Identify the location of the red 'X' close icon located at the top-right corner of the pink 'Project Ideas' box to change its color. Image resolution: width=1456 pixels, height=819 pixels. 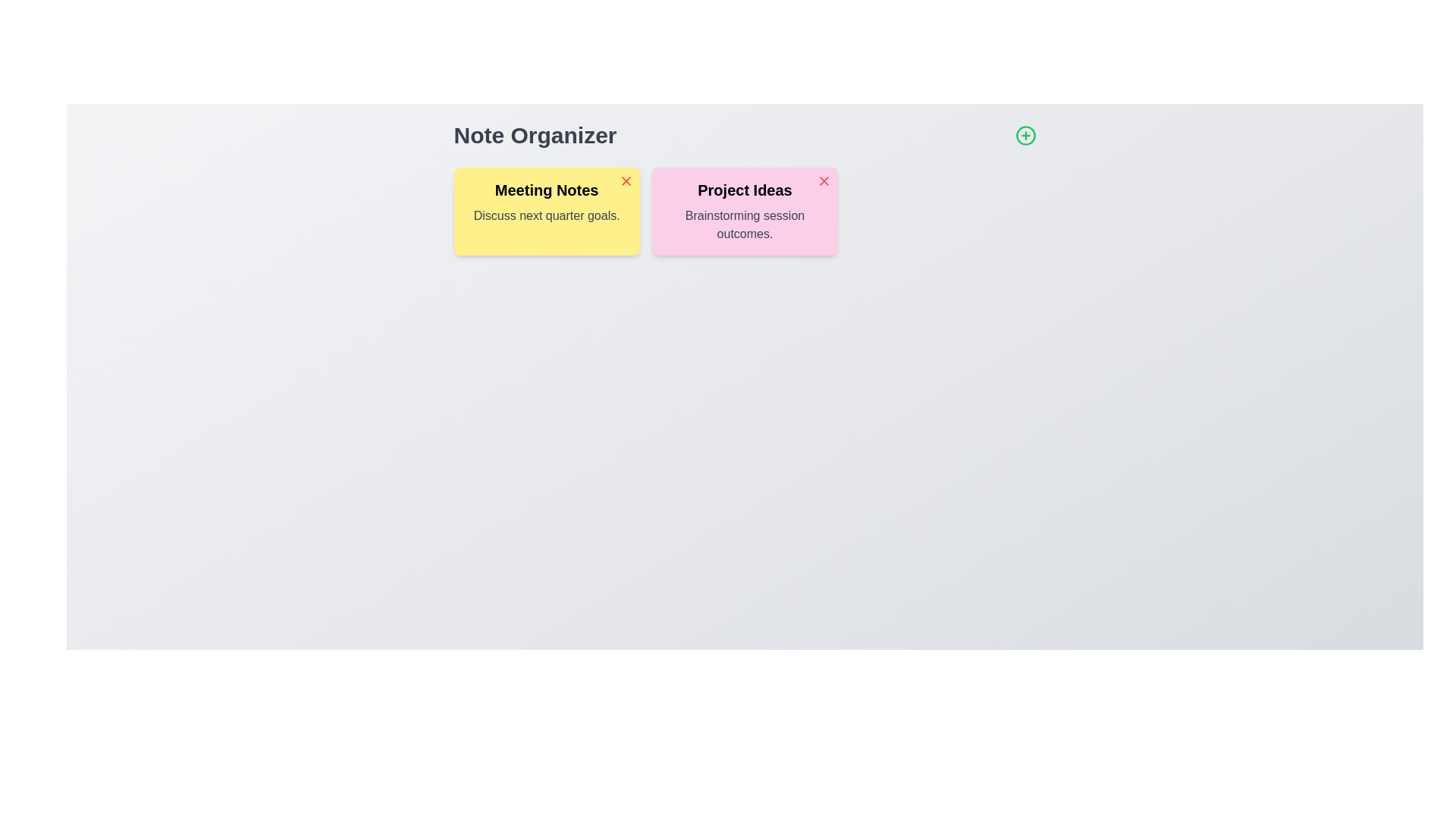
(824, 180).